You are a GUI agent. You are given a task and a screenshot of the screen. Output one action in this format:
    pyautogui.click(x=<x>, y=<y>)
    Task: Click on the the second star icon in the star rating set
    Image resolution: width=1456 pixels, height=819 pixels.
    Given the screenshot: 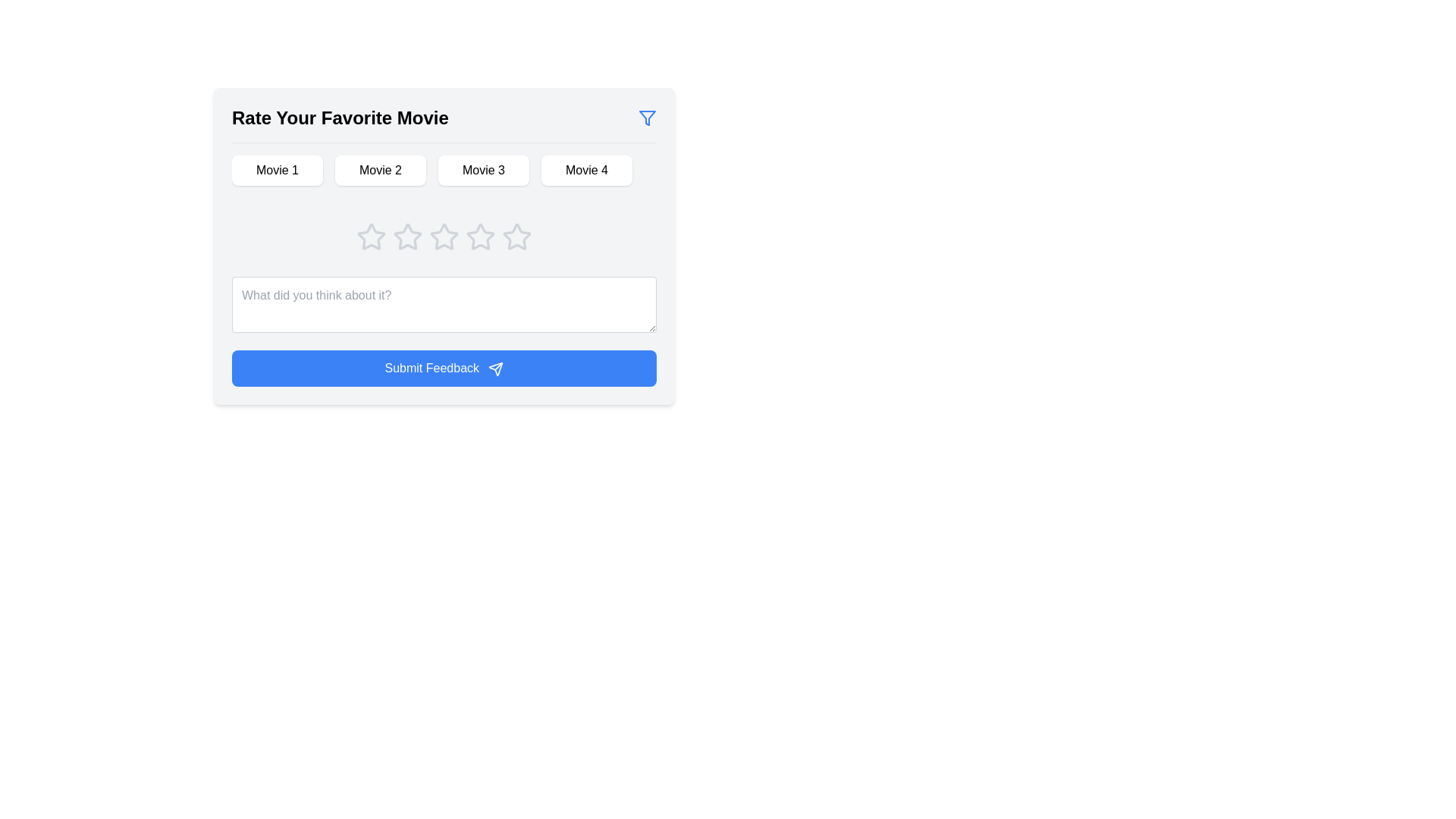 What is the action you would take?
    pyautogui.click(x=443, y=237)
    